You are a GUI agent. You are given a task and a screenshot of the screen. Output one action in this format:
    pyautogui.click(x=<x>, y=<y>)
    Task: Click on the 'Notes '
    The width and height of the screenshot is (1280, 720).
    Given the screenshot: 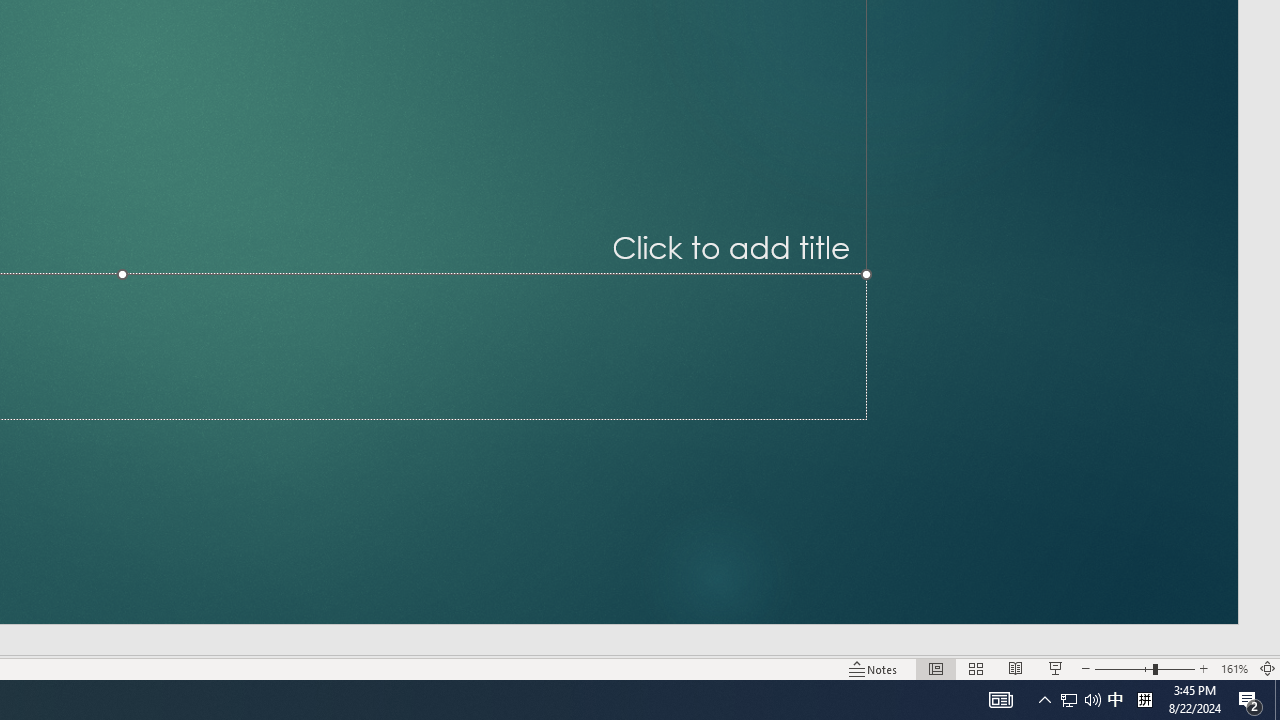 What is the action you would take?
    pyautogui.click(x=874, y=669)
    